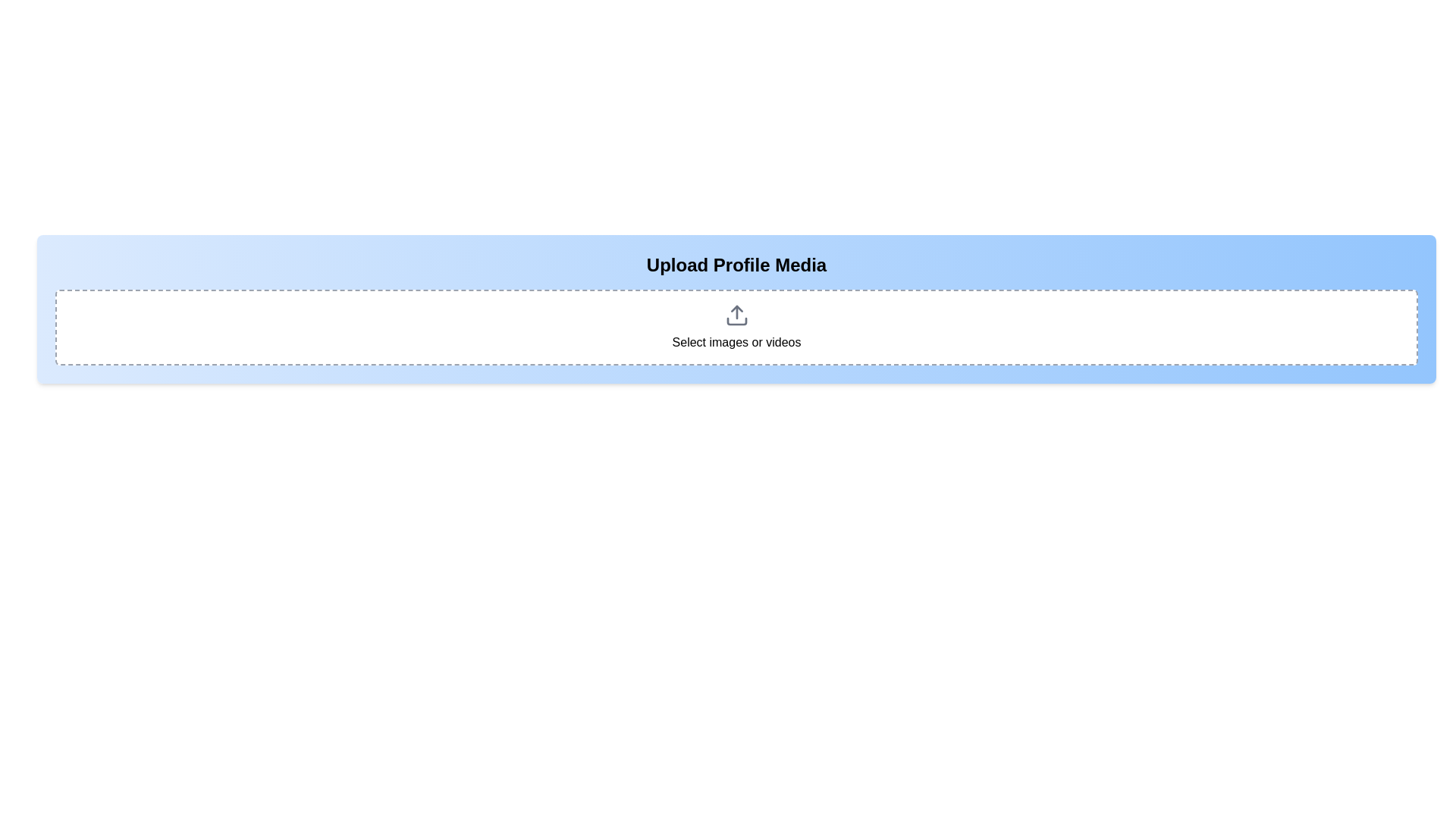  Describe the element at coordinates (736, 315) in the screenshot. I see `the upload icon, which serves as a visual indicator for the upload function, located above the text 'Select images or videos' in the dashed-bordered area` at that location.